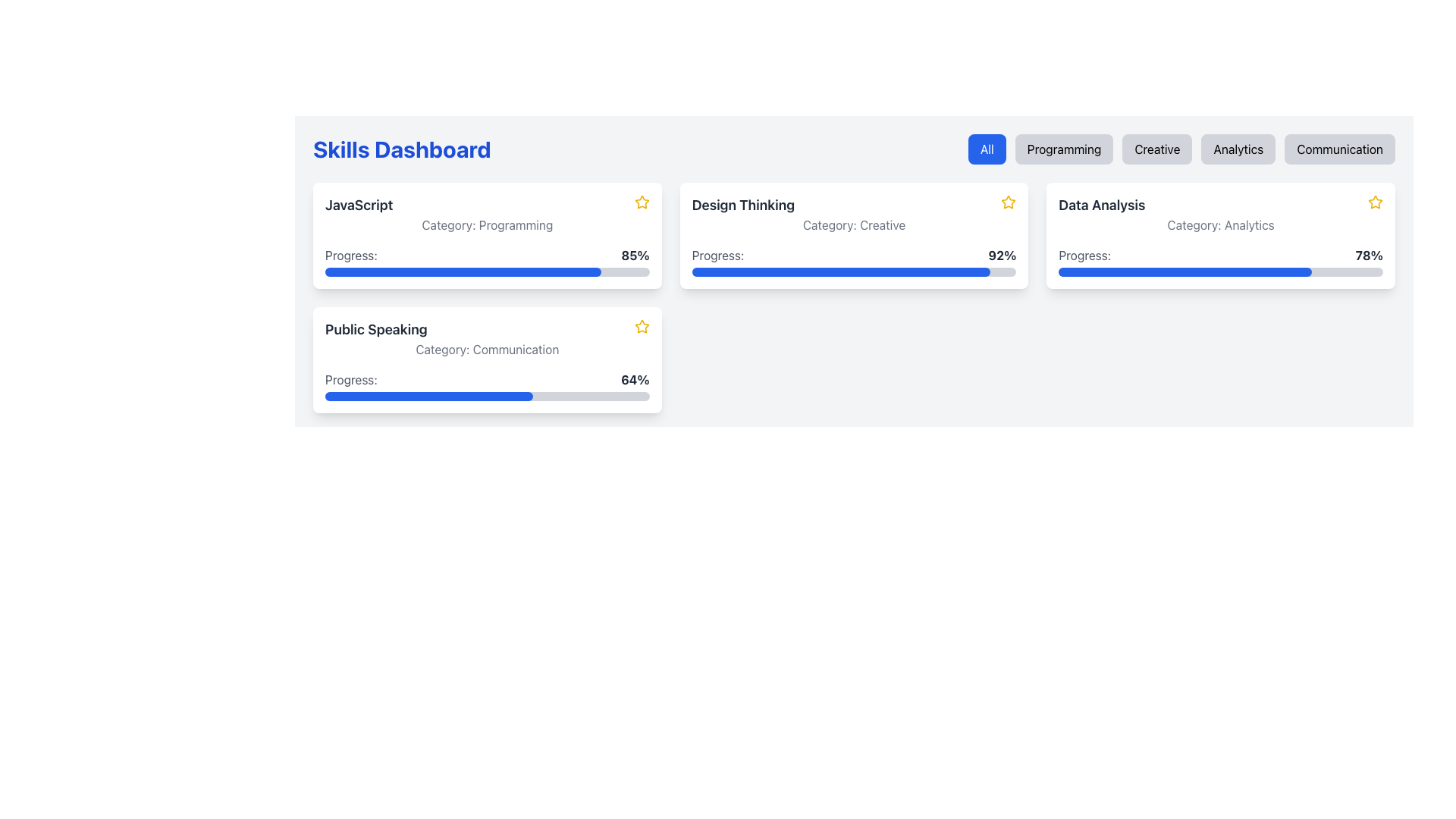 The image size is (1456, 819). Describe the element at coordinates (402, 149) in the screenshot. I see `the Text Label that serves as a title or header for the section, providing context for the dashboard content` at that location.